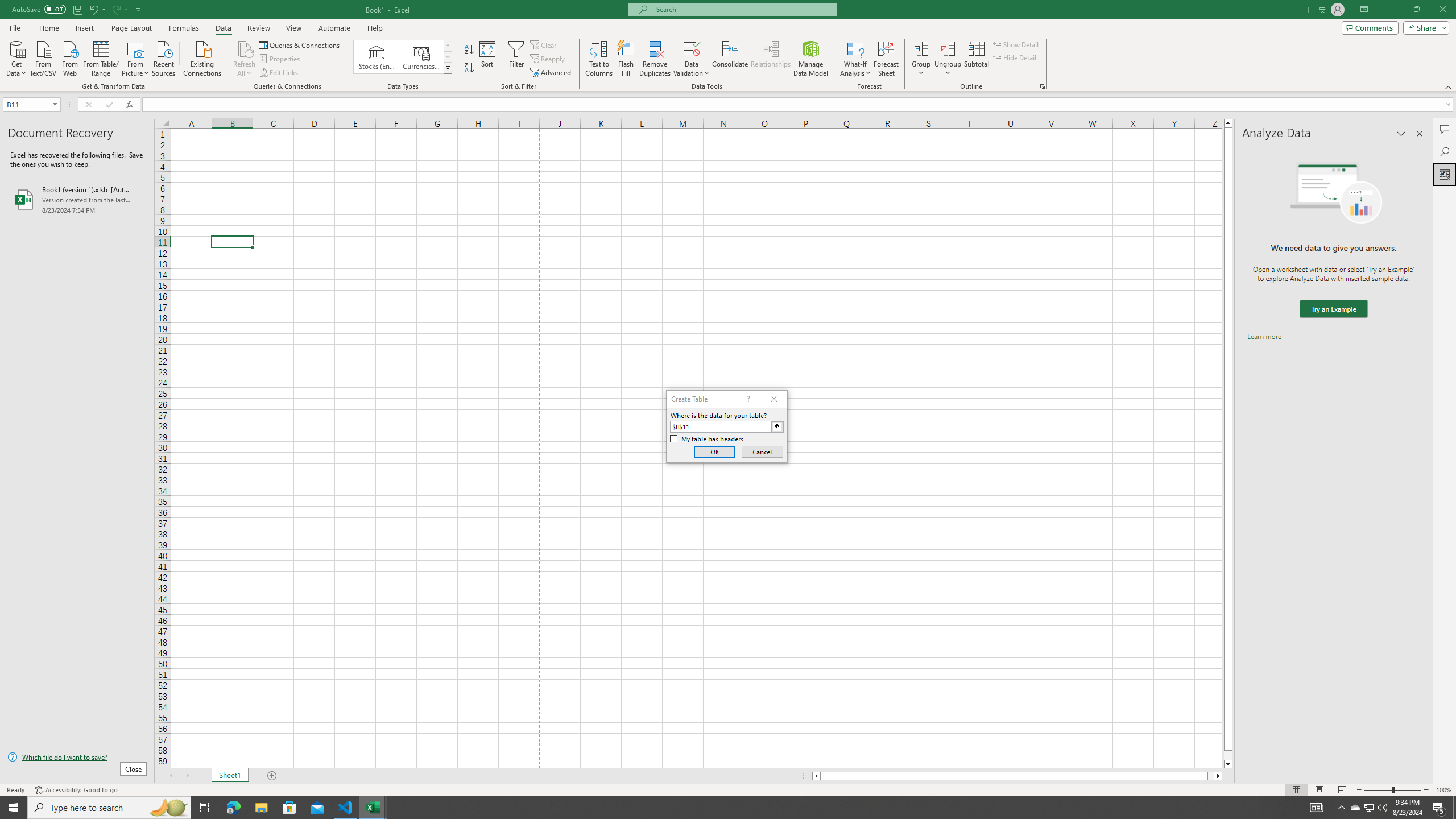  I want to click on 'Zoom Out', so click(1378, 790).